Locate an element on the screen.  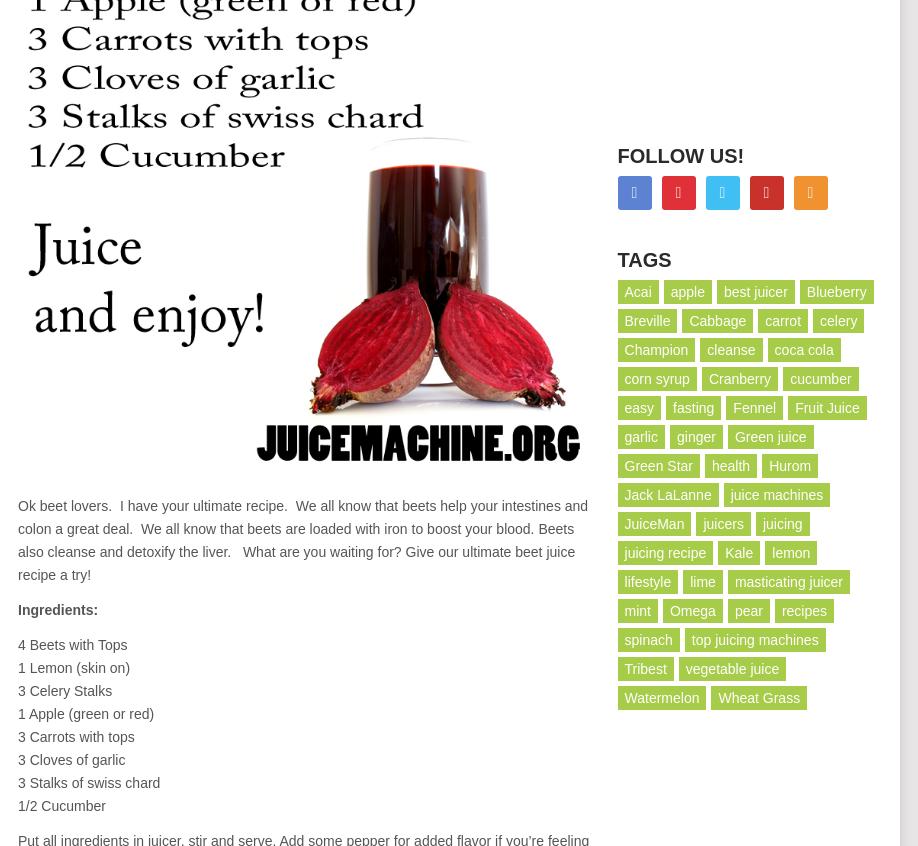
'3 Carrots with tops' is located at coordinates (76, 735).